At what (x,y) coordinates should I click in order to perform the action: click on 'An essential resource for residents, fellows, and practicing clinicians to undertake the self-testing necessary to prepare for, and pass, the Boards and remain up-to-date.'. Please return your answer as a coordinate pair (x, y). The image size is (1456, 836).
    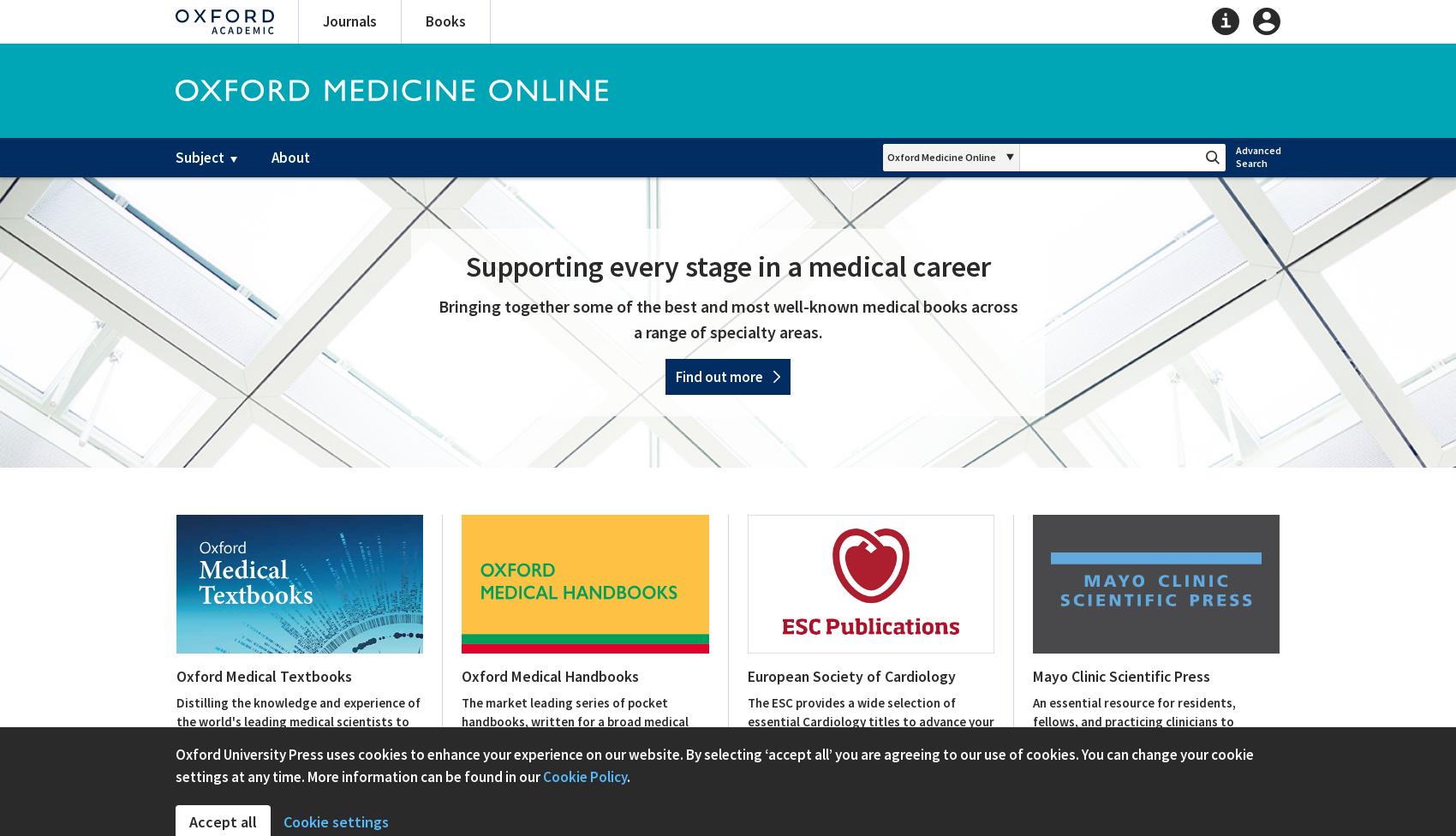
    Looking at the image, I should click on (1146, 739).